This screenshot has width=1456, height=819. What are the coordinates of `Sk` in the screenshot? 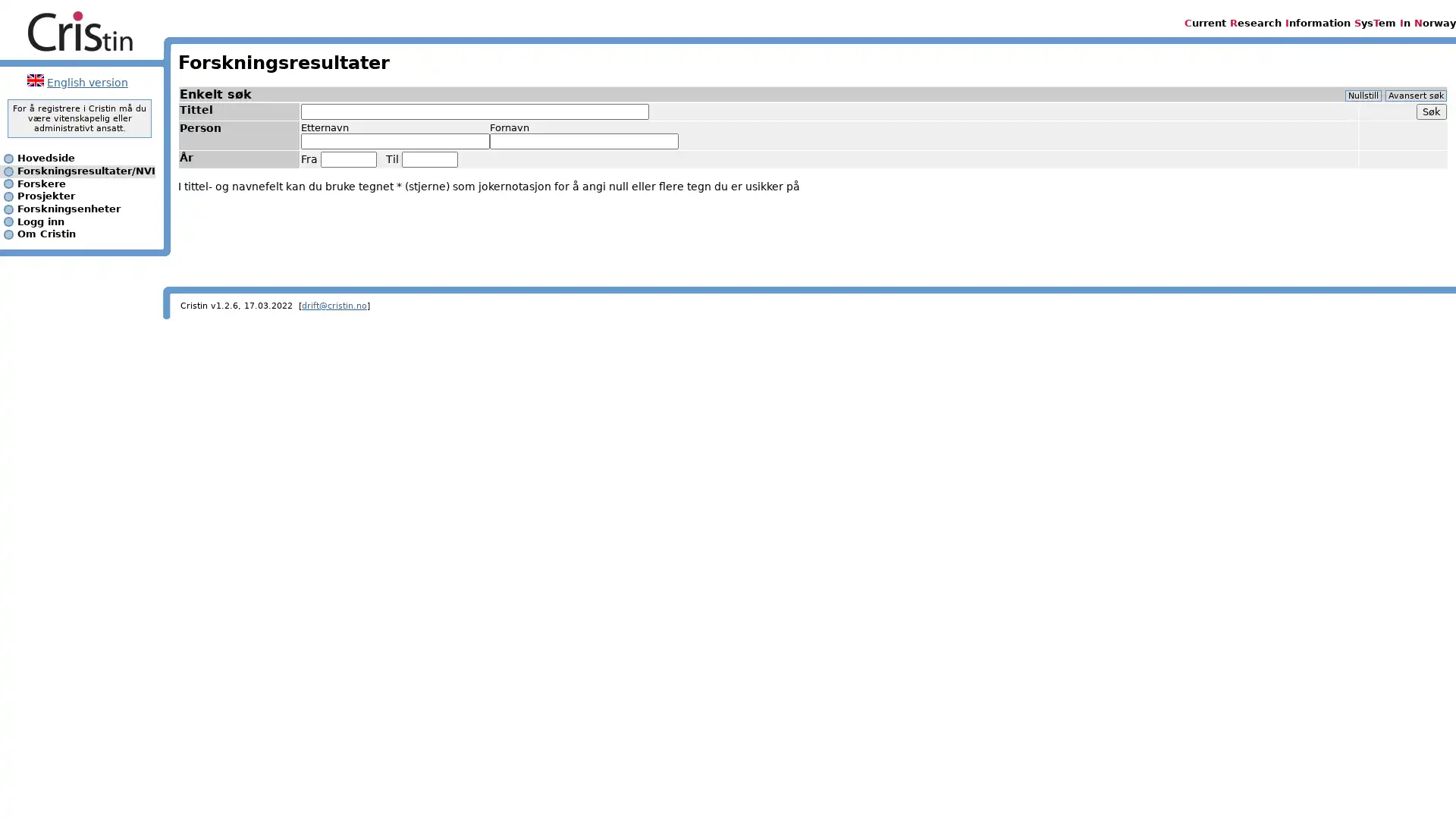 It's located at (1430, 111).